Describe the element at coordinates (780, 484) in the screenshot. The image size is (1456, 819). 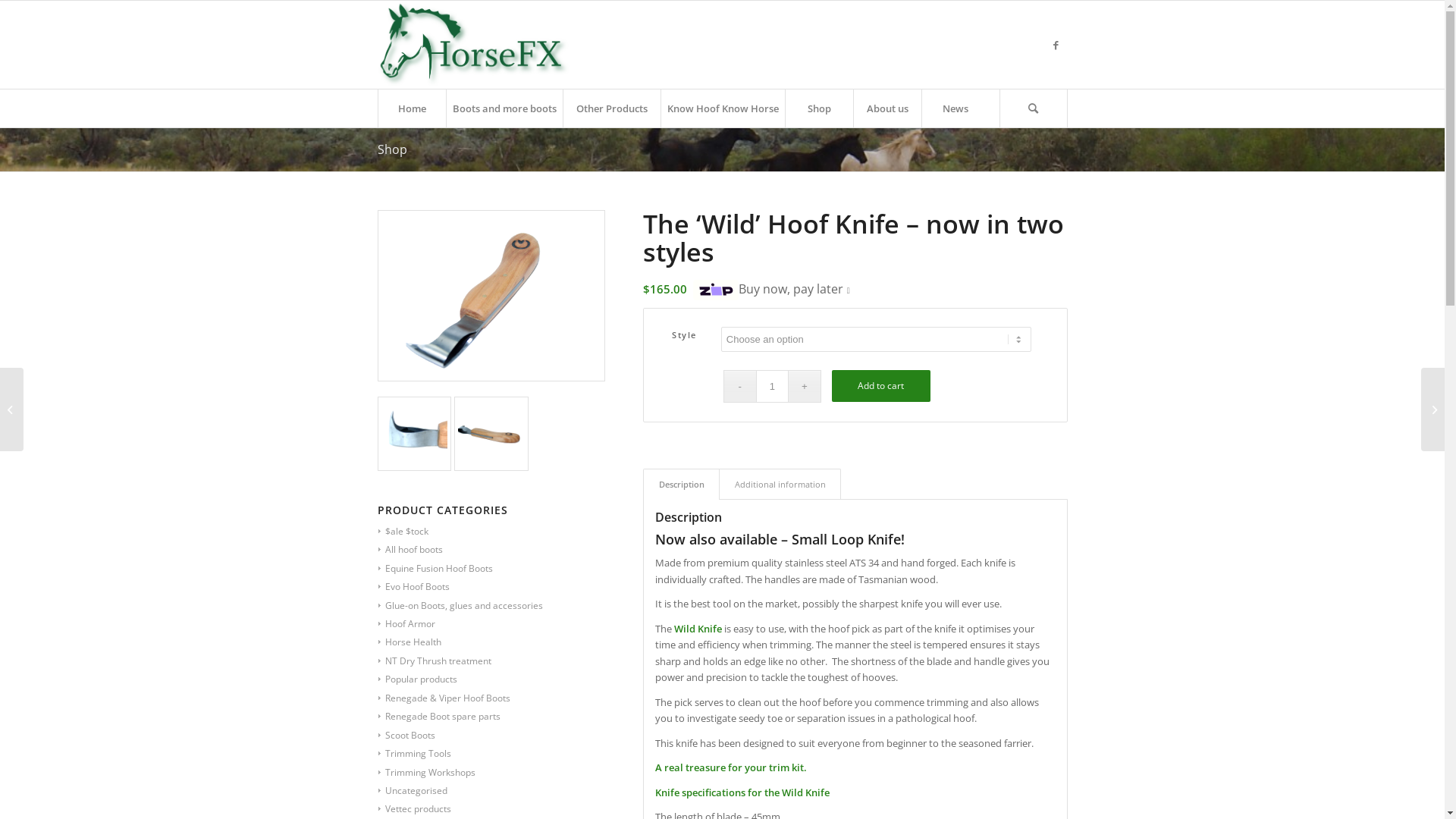
I see `'Additional information'` at that location.